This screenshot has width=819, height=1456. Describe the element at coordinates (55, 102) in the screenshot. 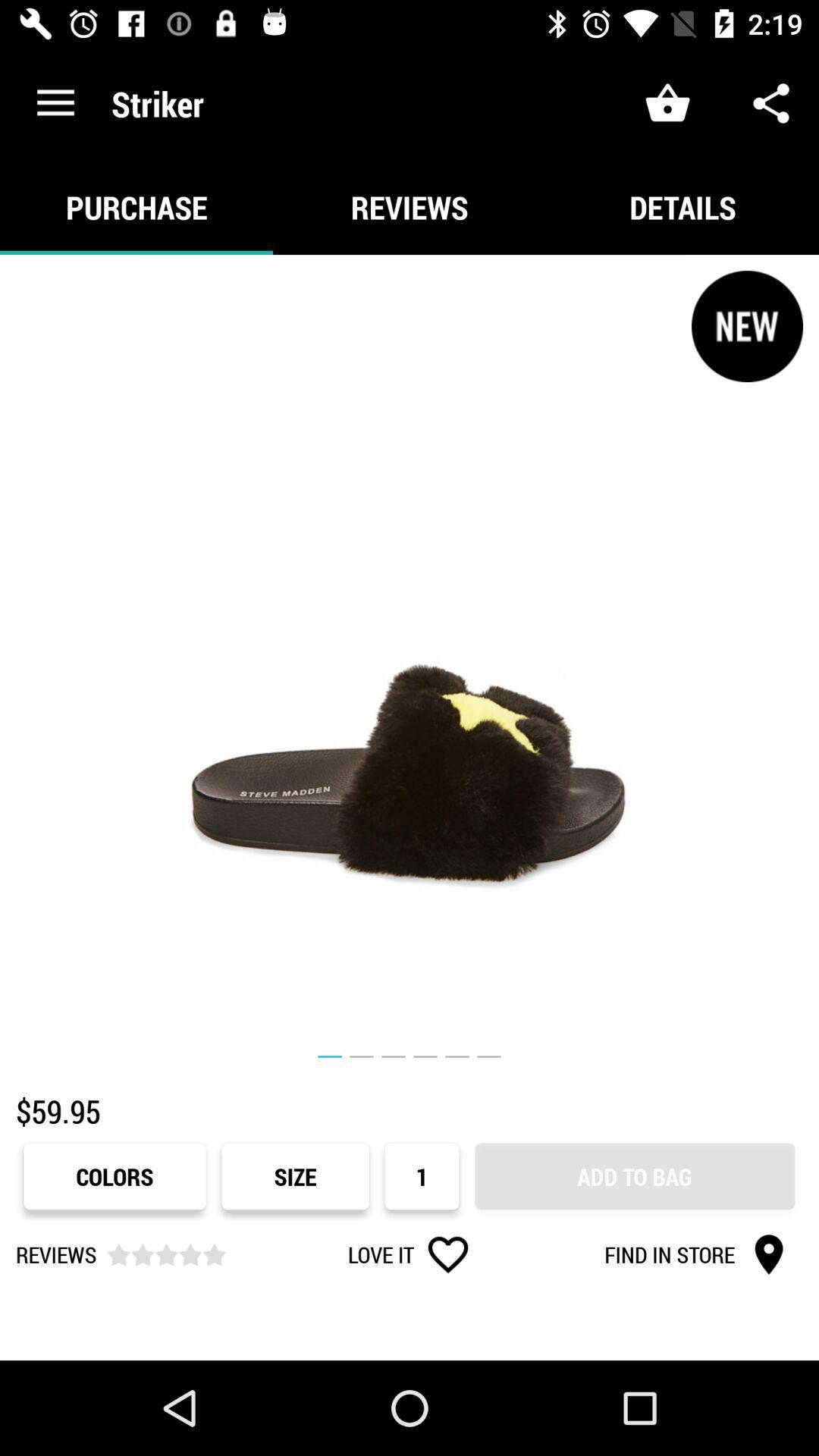

I see `icon above purchase item` at that location.